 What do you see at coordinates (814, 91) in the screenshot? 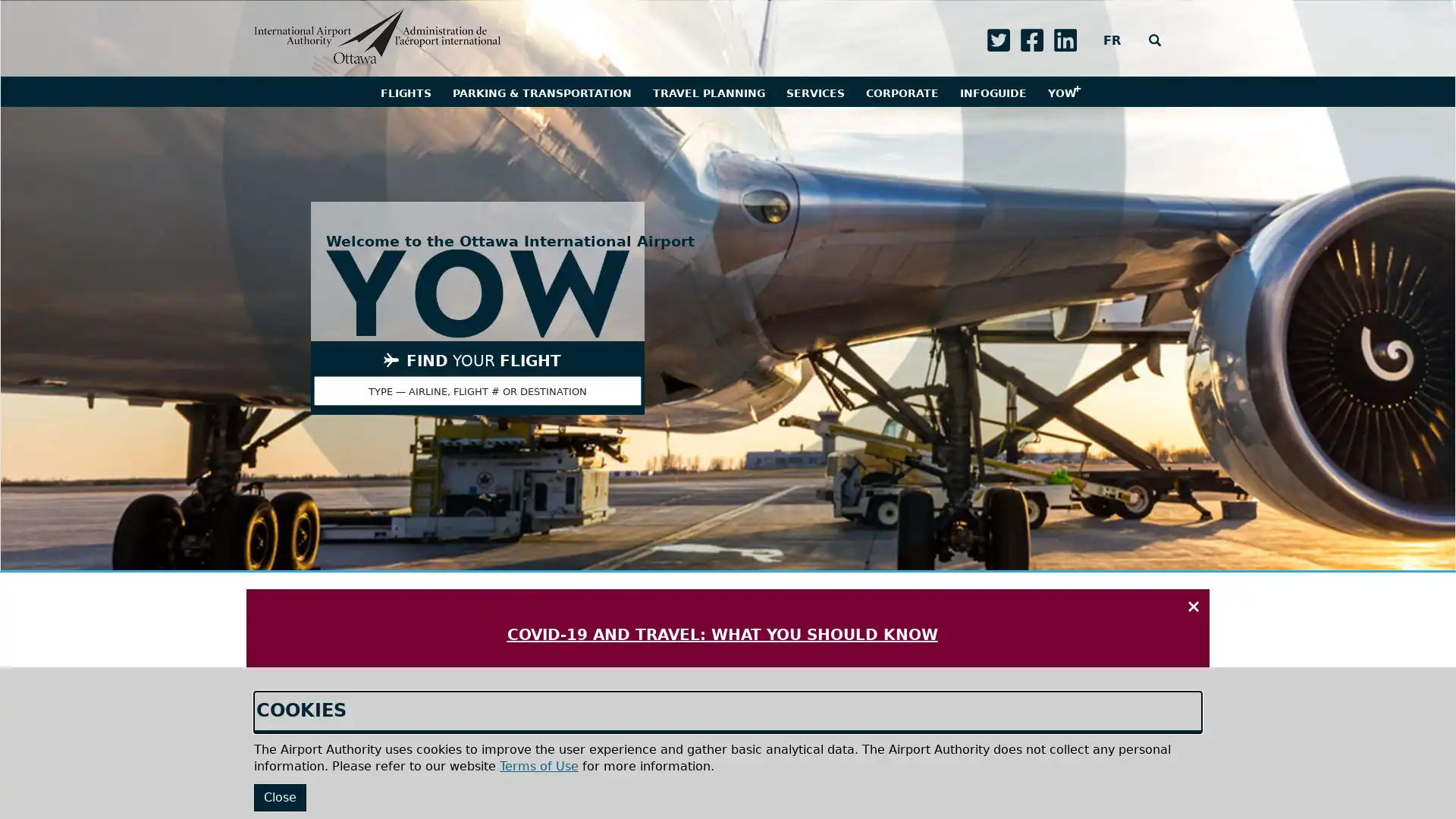
I see `Show Services Sub Menu` at bounding box center [814, 91].